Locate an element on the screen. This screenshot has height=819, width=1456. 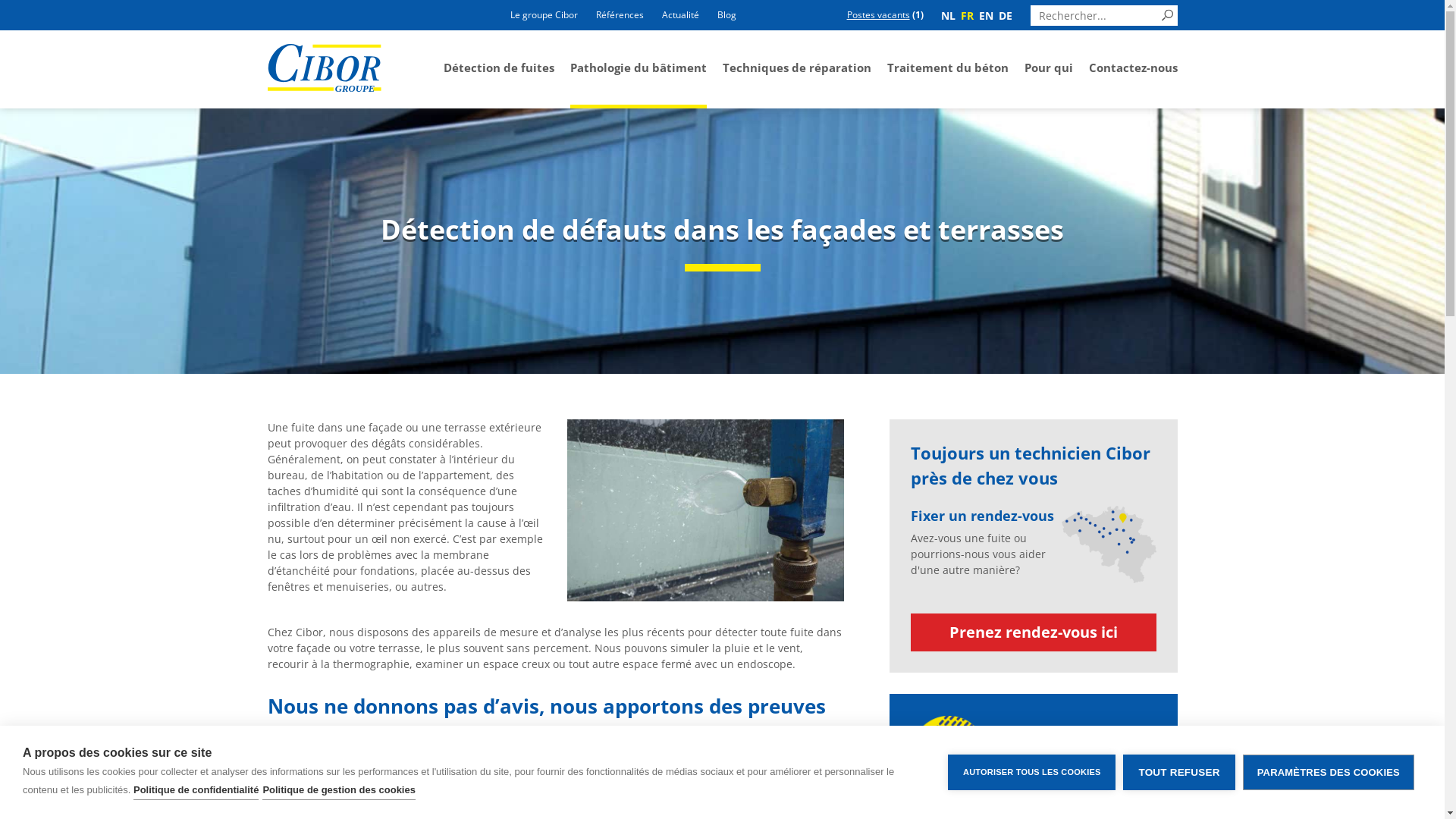
'AUTORISER TOUS LES COOKIES' is located at coordinates (1031, 772).